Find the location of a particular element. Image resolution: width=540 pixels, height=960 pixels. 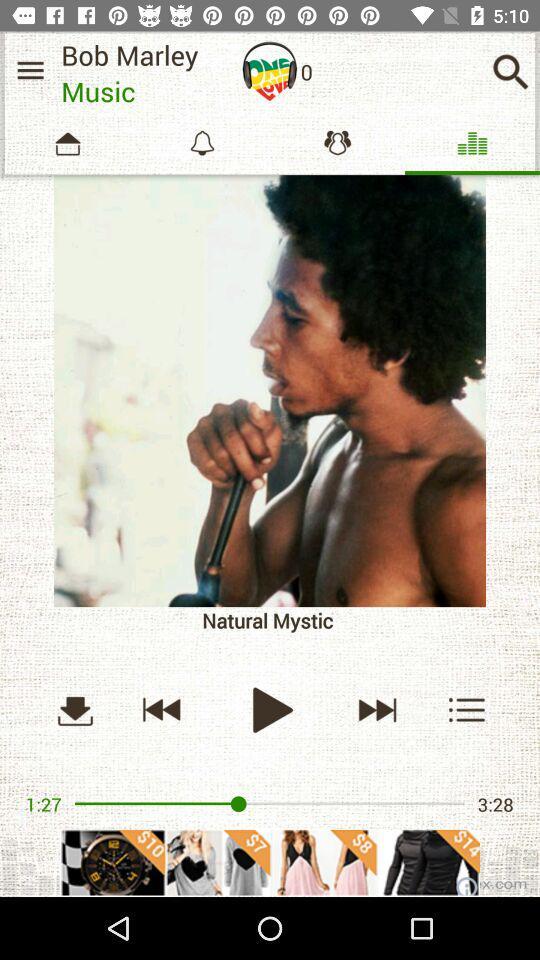

search songs is located at coordinates (510, 71).